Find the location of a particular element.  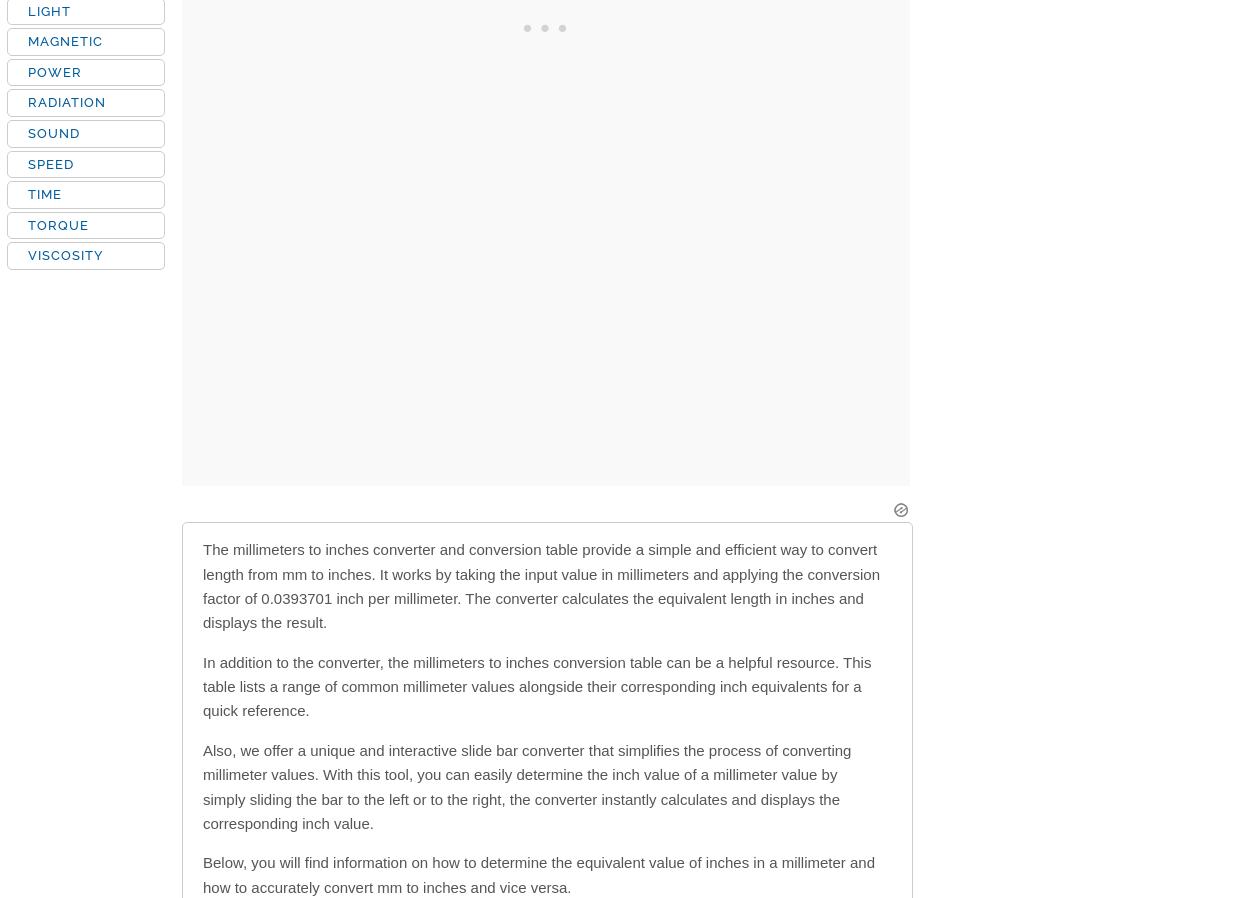

'SPEED' is located at coordinates (28, 162).